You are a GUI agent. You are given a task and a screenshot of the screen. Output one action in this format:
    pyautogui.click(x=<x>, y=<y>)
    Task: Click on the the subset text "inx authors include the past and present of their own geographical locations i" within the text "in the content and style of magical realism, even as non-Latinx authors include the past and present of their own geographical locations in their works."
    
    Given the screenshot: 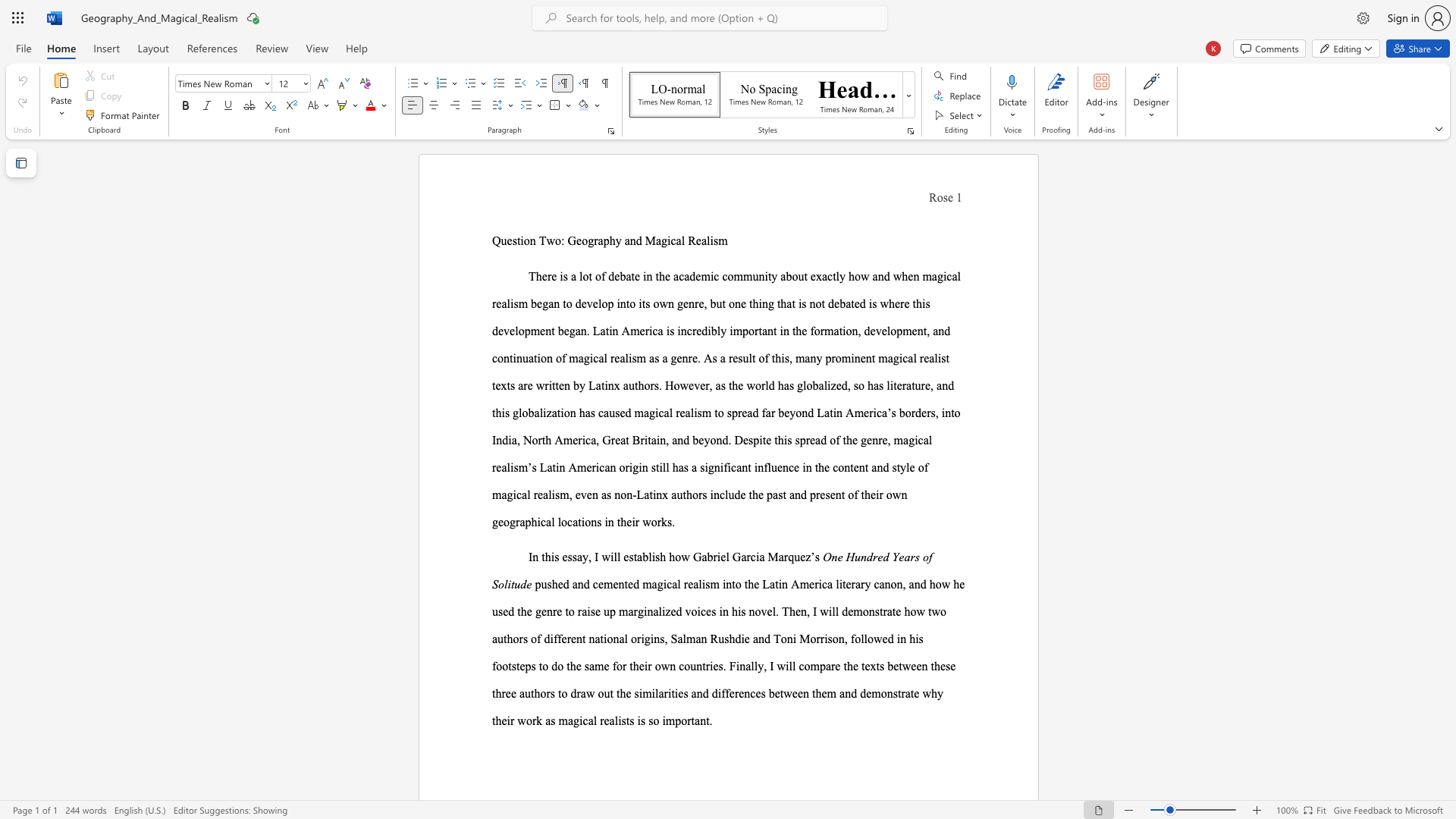 What is the action you would take?
    pyautogui.click(x=652, y=494)
    